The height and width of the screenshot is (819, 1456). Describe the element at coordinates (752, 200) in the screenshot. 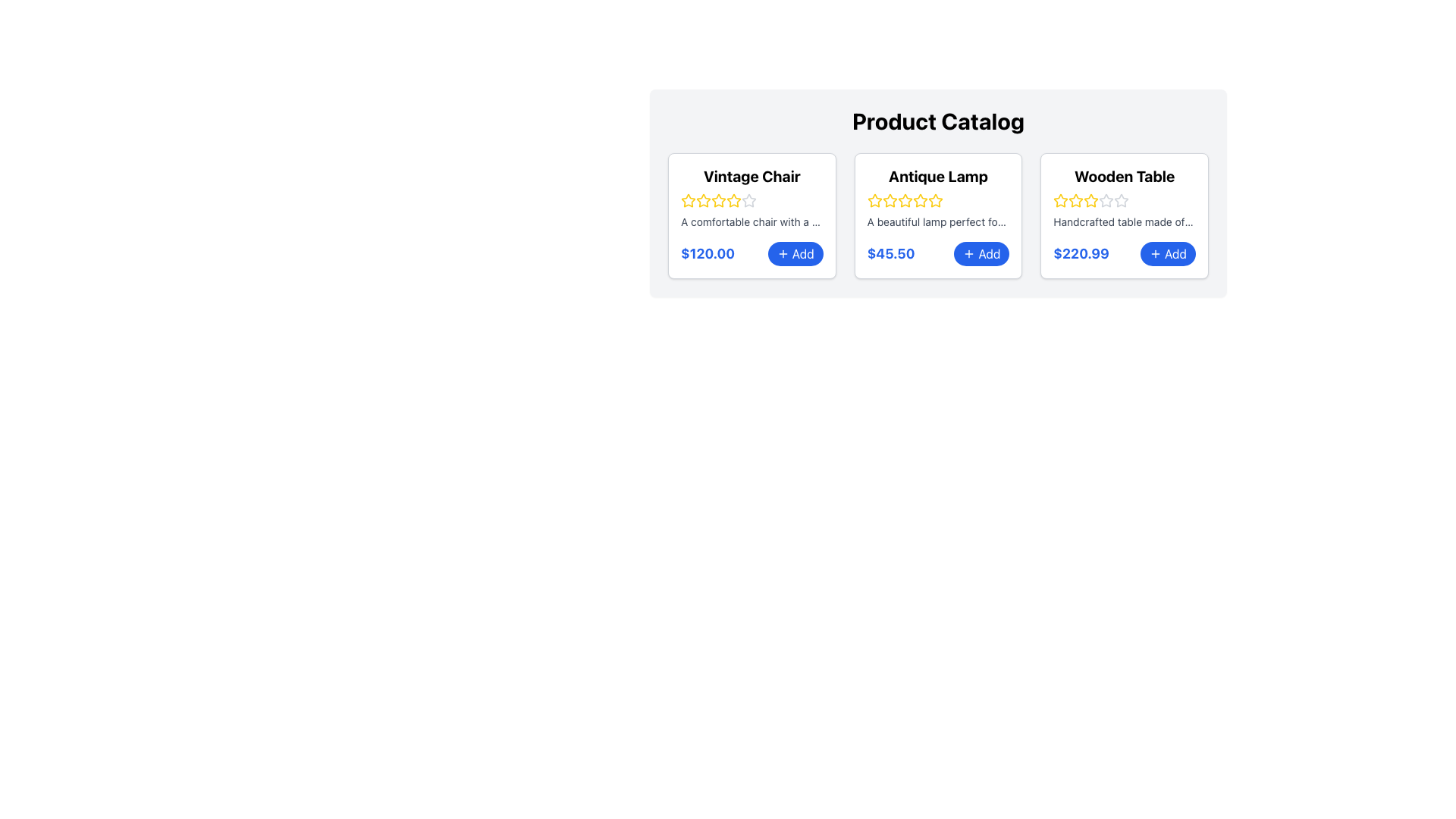

I see `the individual stars of the Rating Display for the 'Vintage Chair', which consists of five star icons with the first four filled in yellow and the fifth one empty` at that location.